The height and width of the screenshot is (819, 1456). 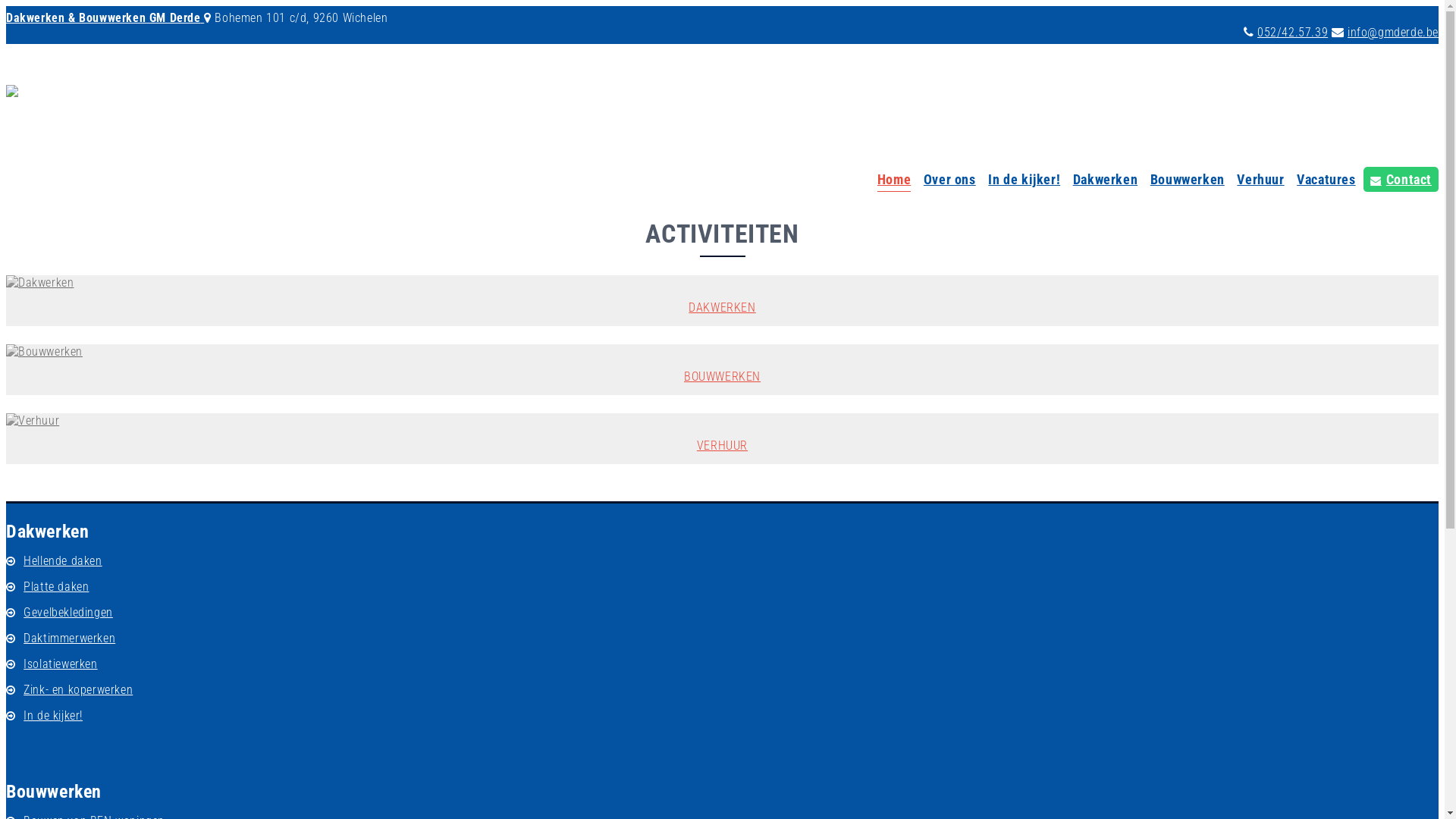 What do you see at coordinates (1325, 180) in the screenshot?
I see `'Vacatures'` at bounding box center [1325, 180].